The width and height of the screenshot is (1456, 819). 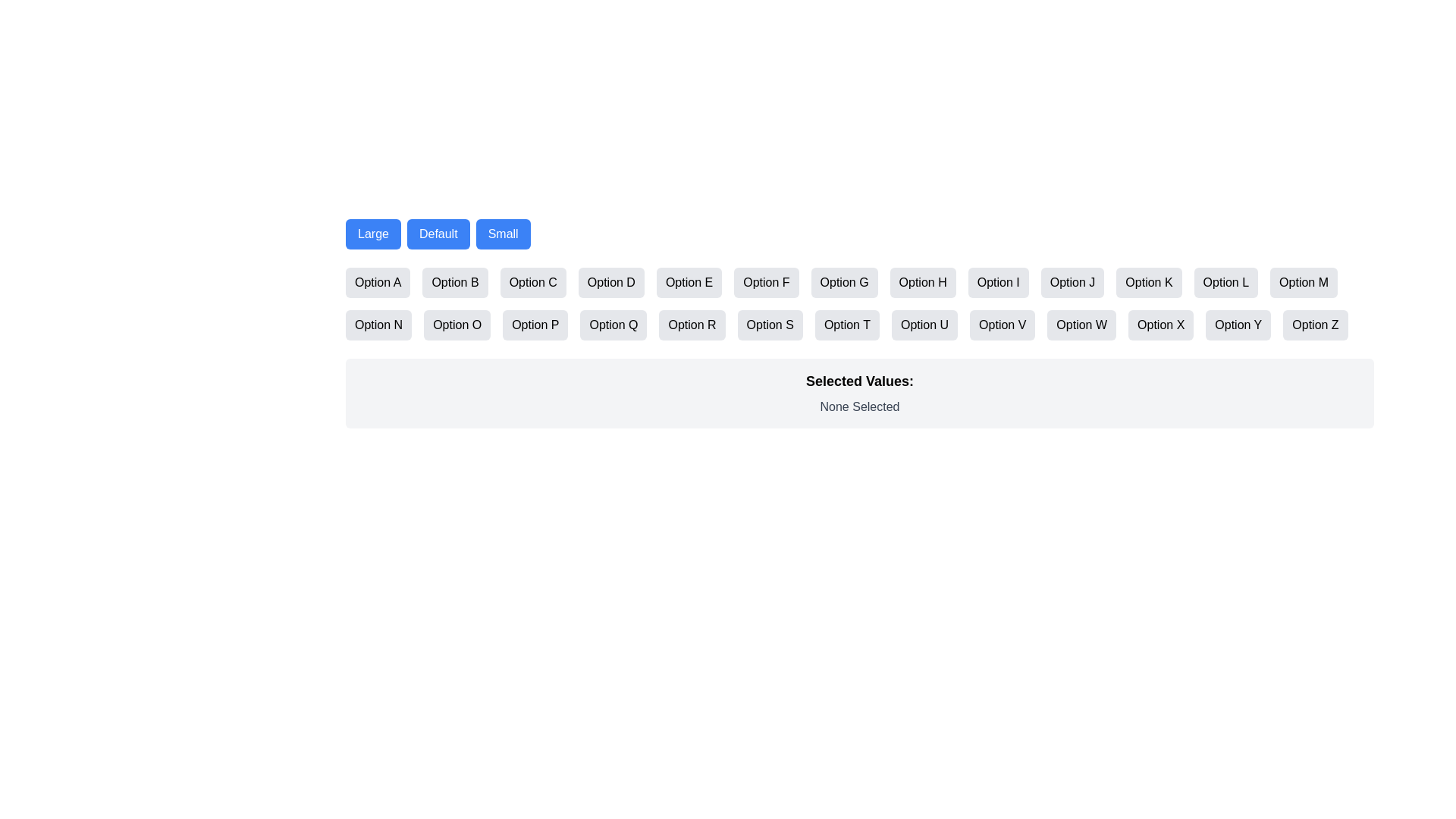 What do you see at coordinates (1081, 324) in the screenshot?
I see `the 'Option W' button, which is the sixth button in the second row of a grid of selectable options` at bounding box center [1081, 324].